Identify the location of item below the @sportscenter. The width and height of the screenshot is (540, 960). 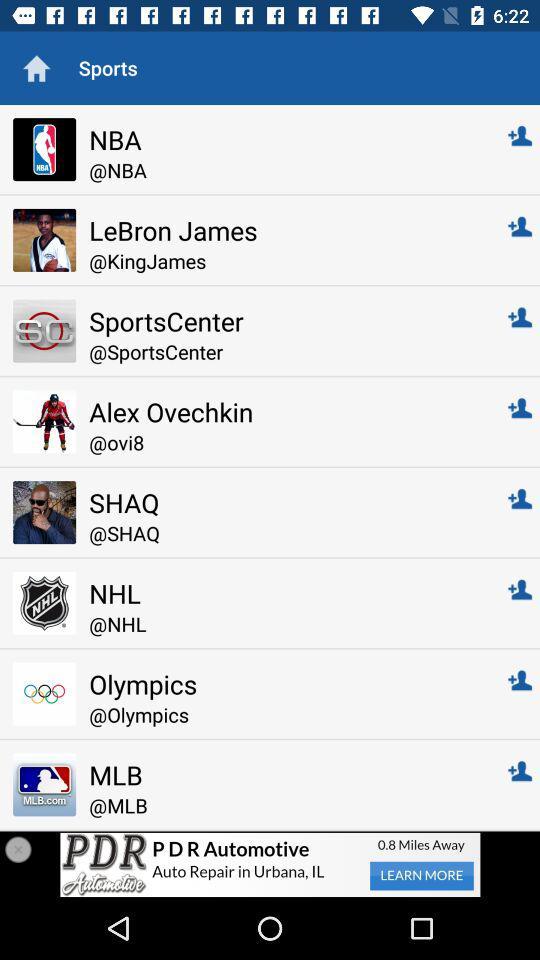
(284, 410).